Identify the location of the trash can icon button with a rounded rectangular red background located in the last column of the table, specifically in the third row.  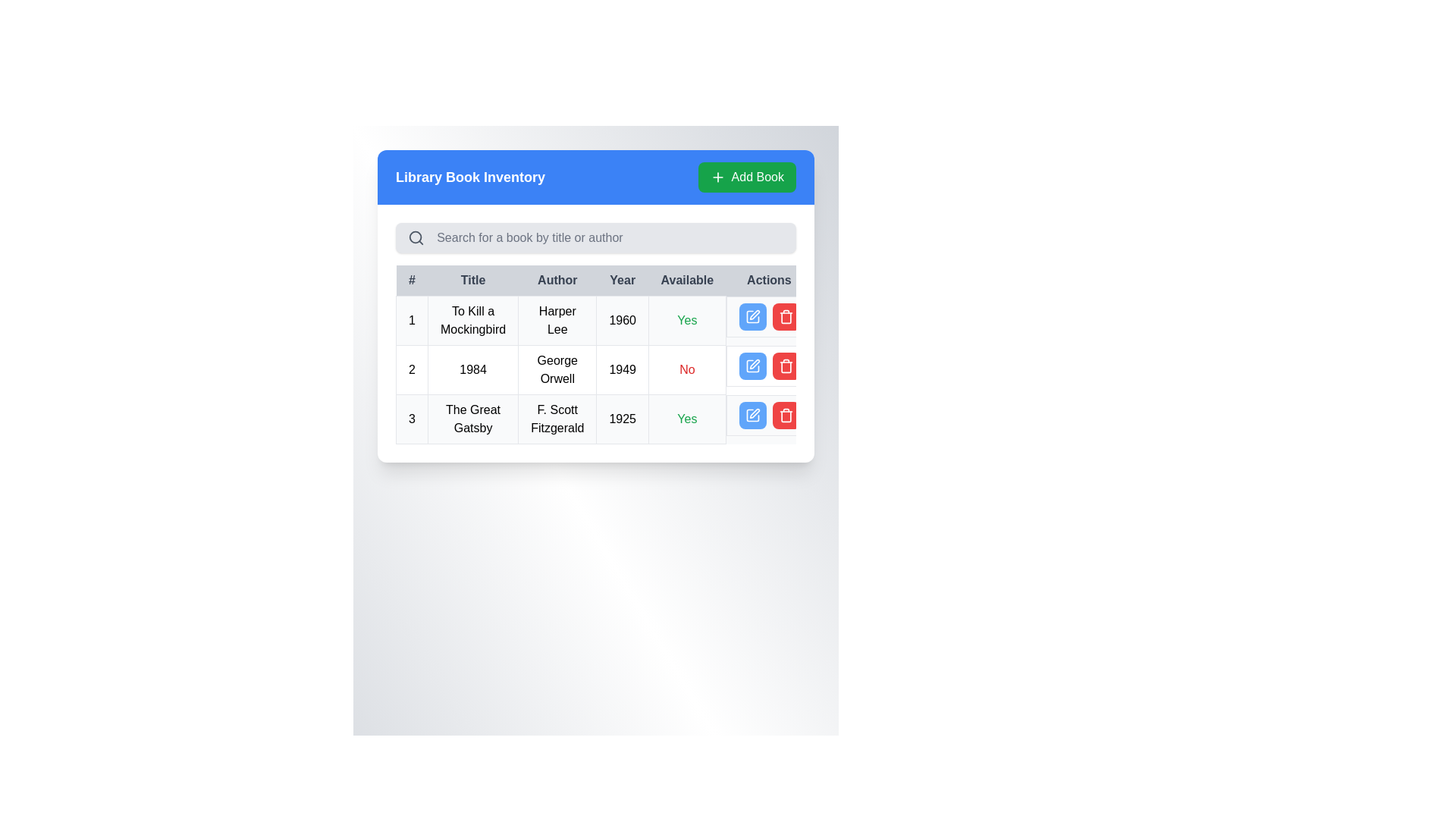
(786, 366).